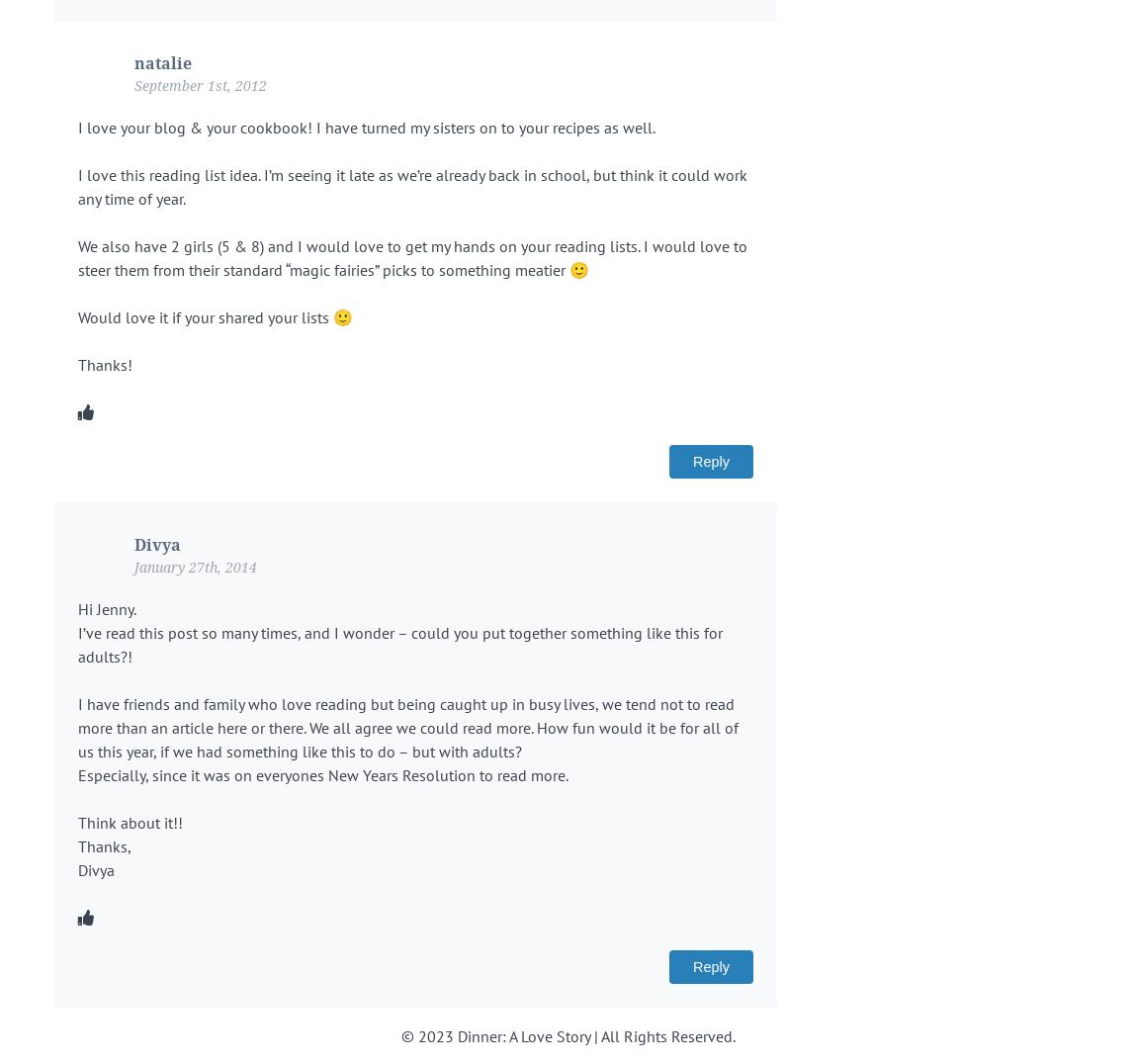 The width and height of the screenshot is (1137, 1064). Describe the element at coordinates (215, 316) in the screenshot. I see `'Would love it if your shared your lists 🙂'` at that location.